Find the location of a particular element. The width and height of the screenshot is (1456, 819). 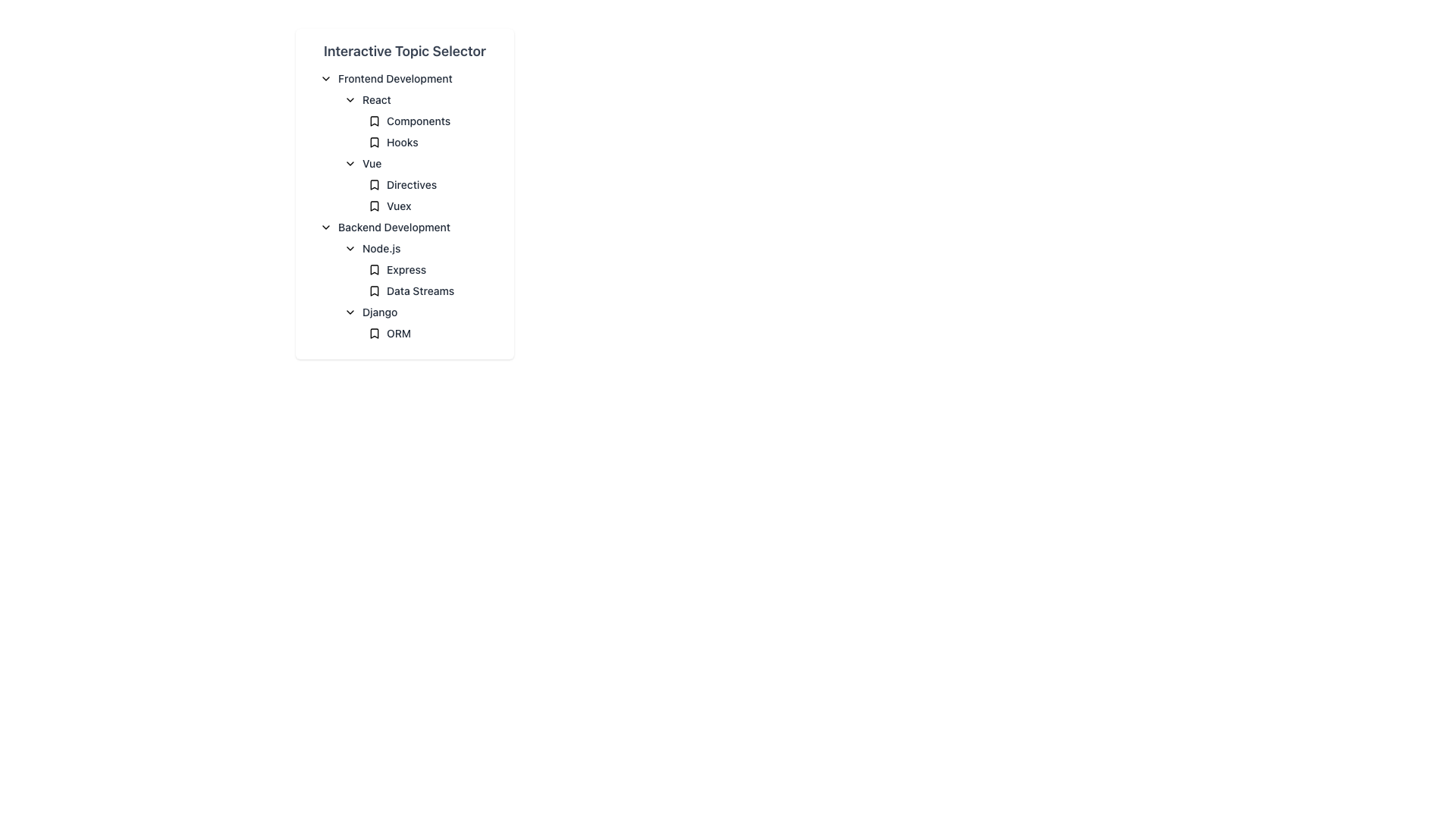

the dropdown indicator icon next to the 'React' label is located at coordinates (349, 99).